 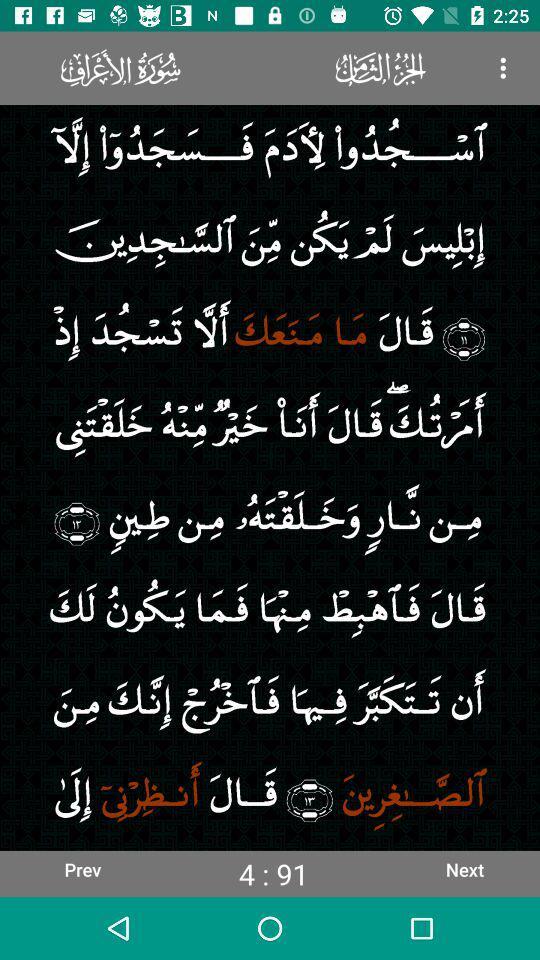 I want to click on the icon to the left of 4 : 91, so click(x=81, y=868).